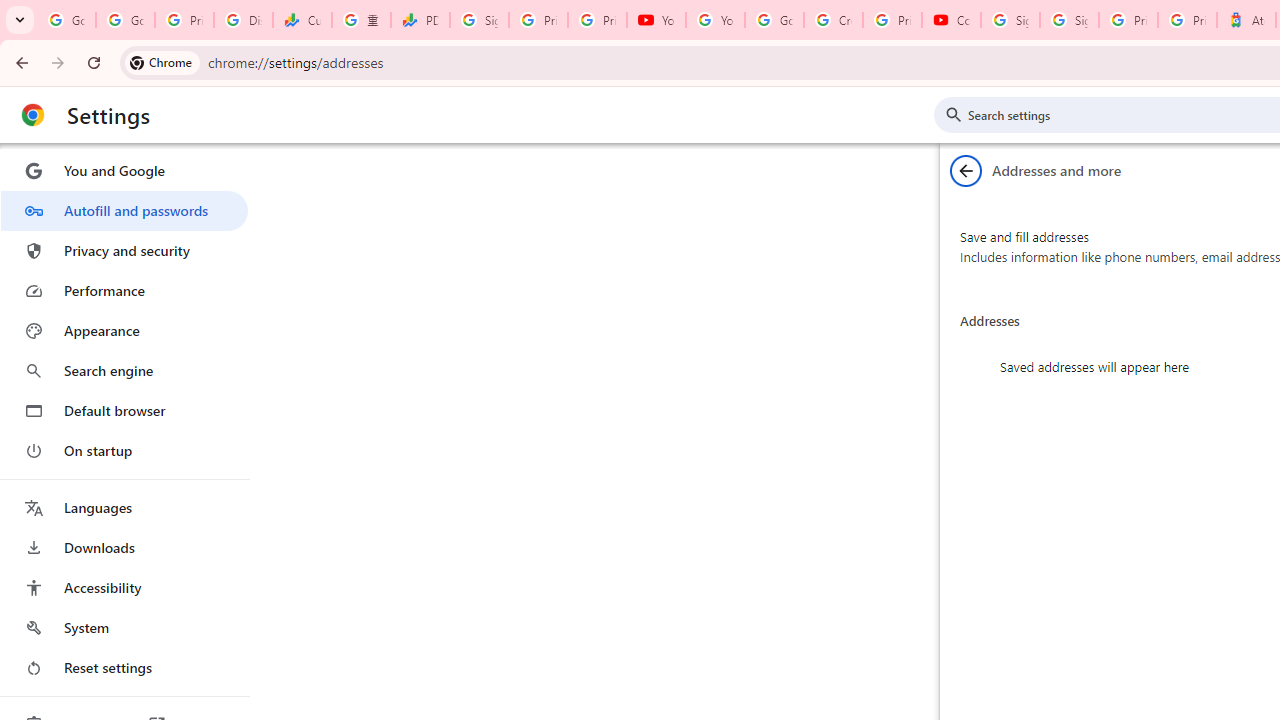  Describe the element at coordinates (123, 451) in the screenshot. I see `'On startup'` at that location.